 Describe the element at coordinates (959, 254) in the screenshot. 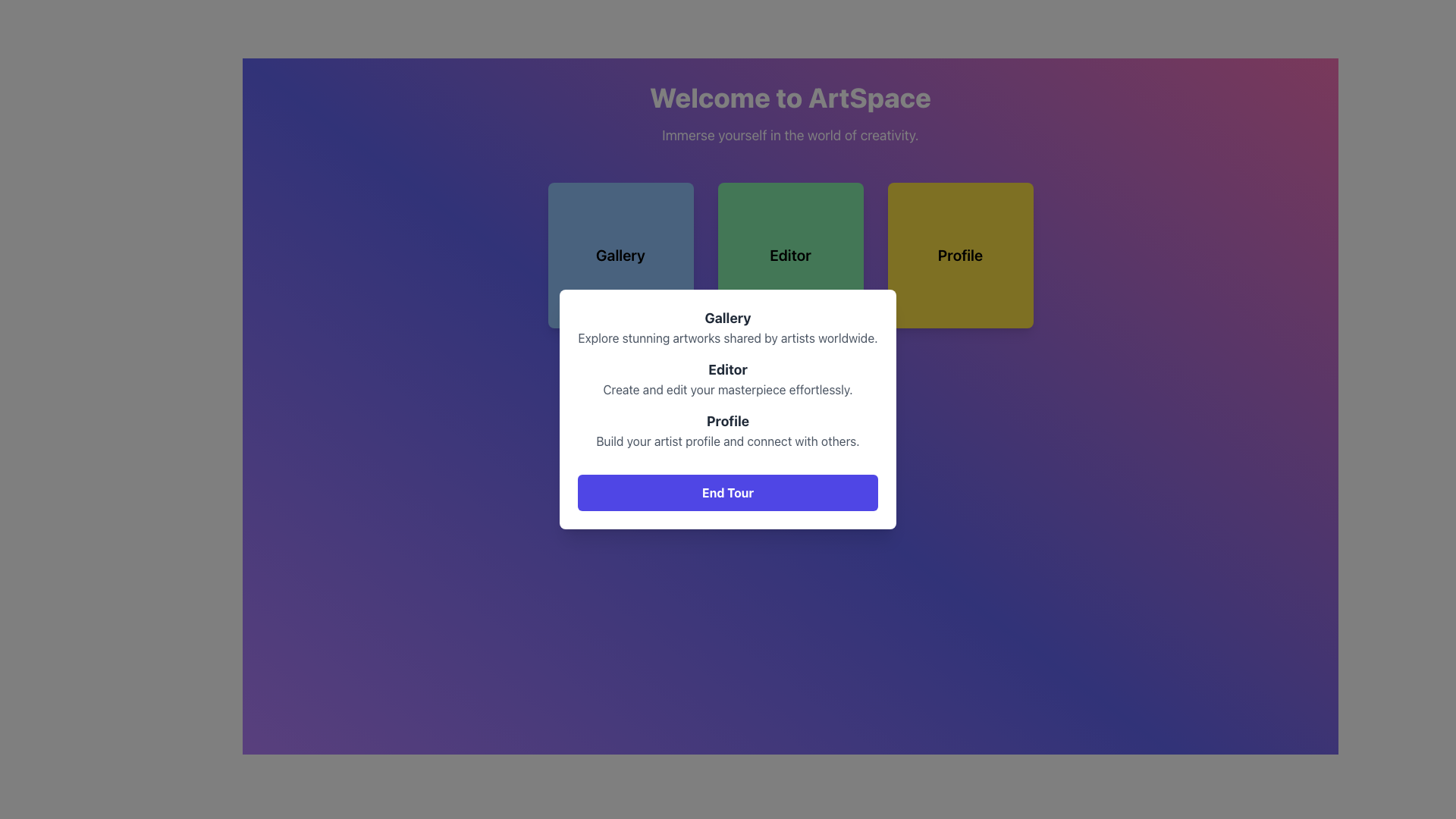

I see `the 'Profile' button, which is a square-shaped component with a yellow background and the text 'Profile' in bold black font` at that location.